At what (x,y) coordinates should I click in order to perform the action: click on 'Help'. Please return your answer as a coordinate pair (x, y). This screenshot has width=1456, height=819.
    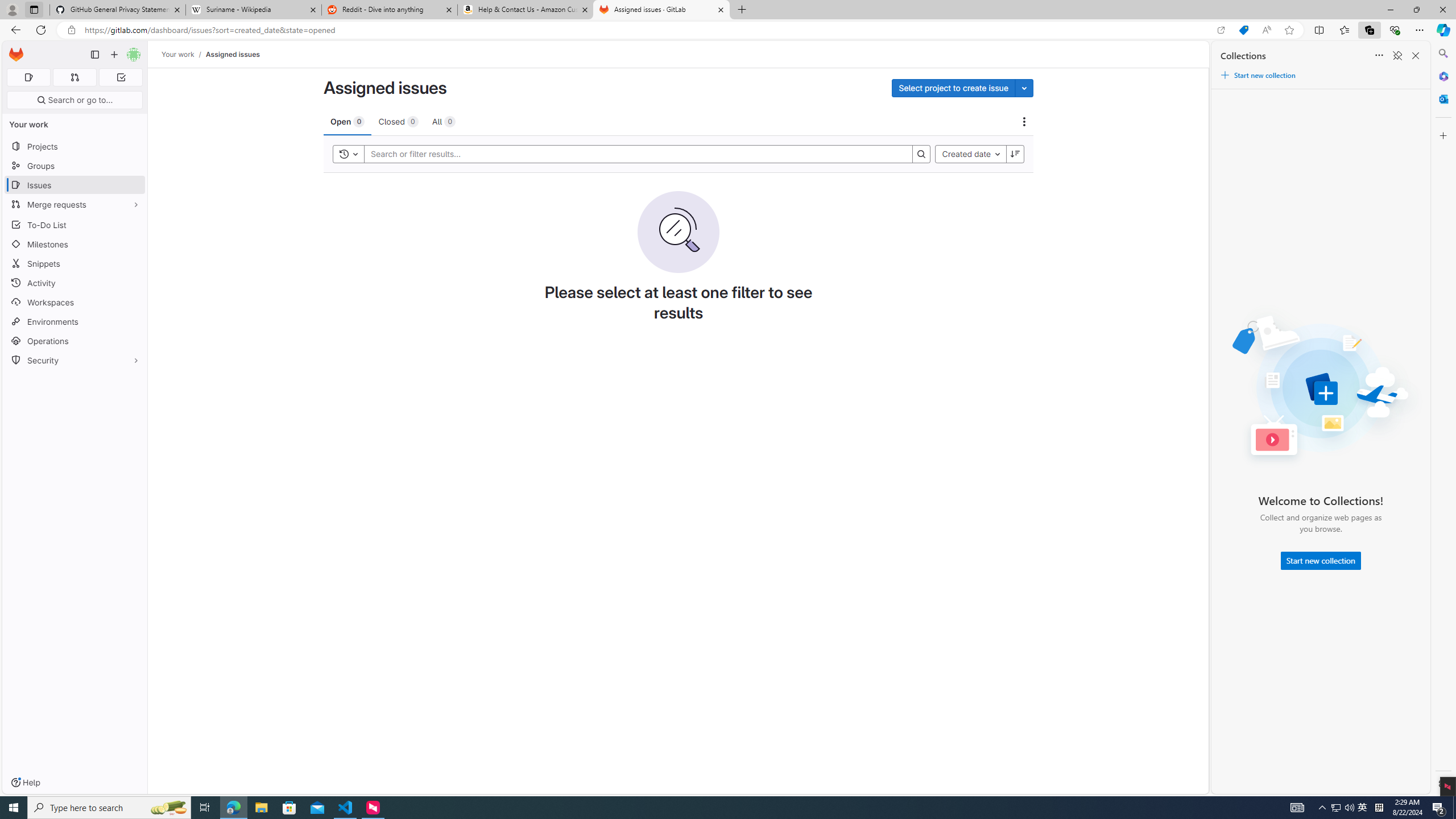
    Looking at the image, I should click on (25, 781).